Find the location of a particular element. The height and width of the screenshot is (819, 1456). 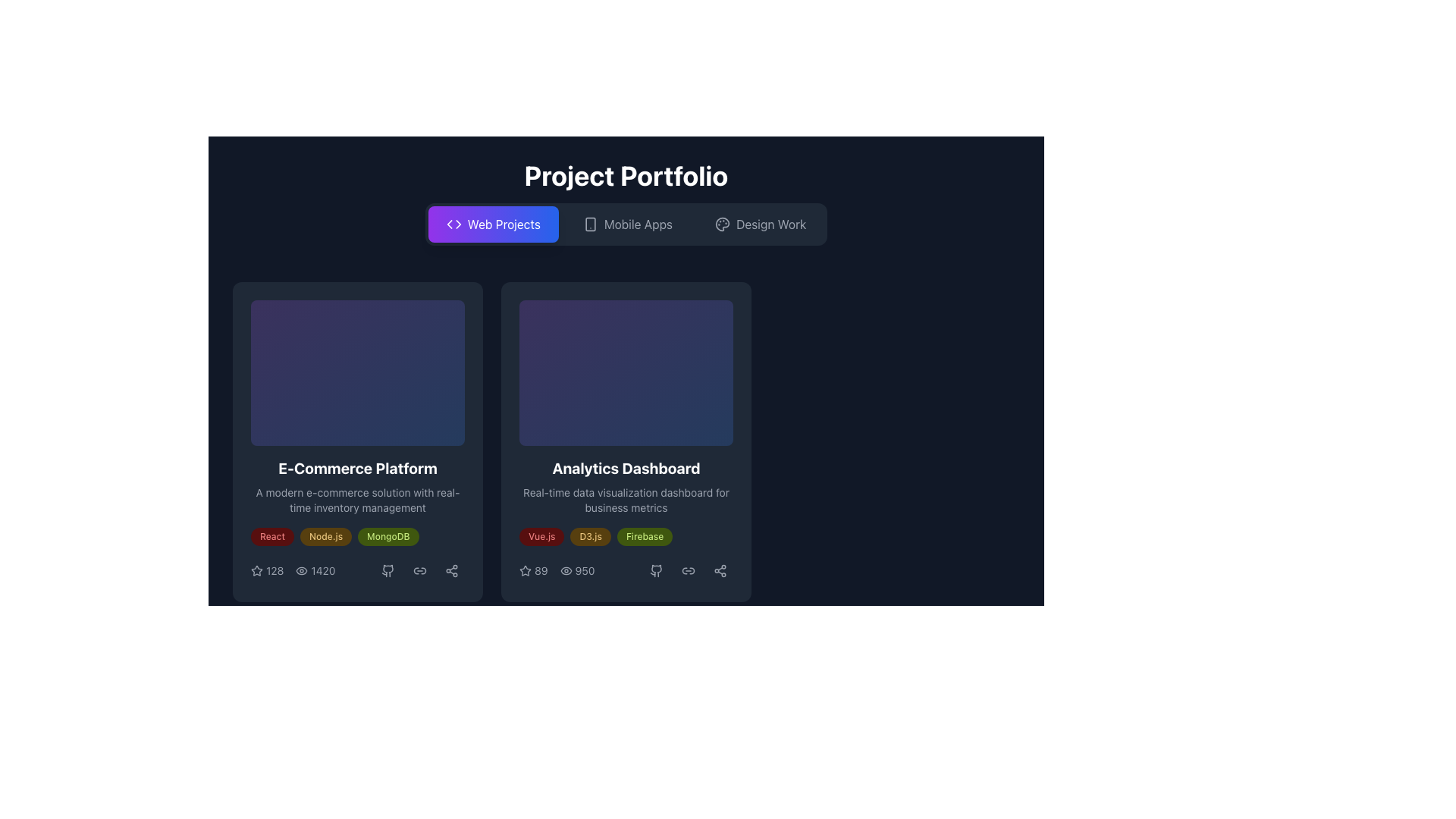

the star-shaped icon with a hollow center located in the bottom-left section of the 'E-Commerce Platform' card, aligning horizontally with the numeric text '128' is located at coordinates (525, 570).